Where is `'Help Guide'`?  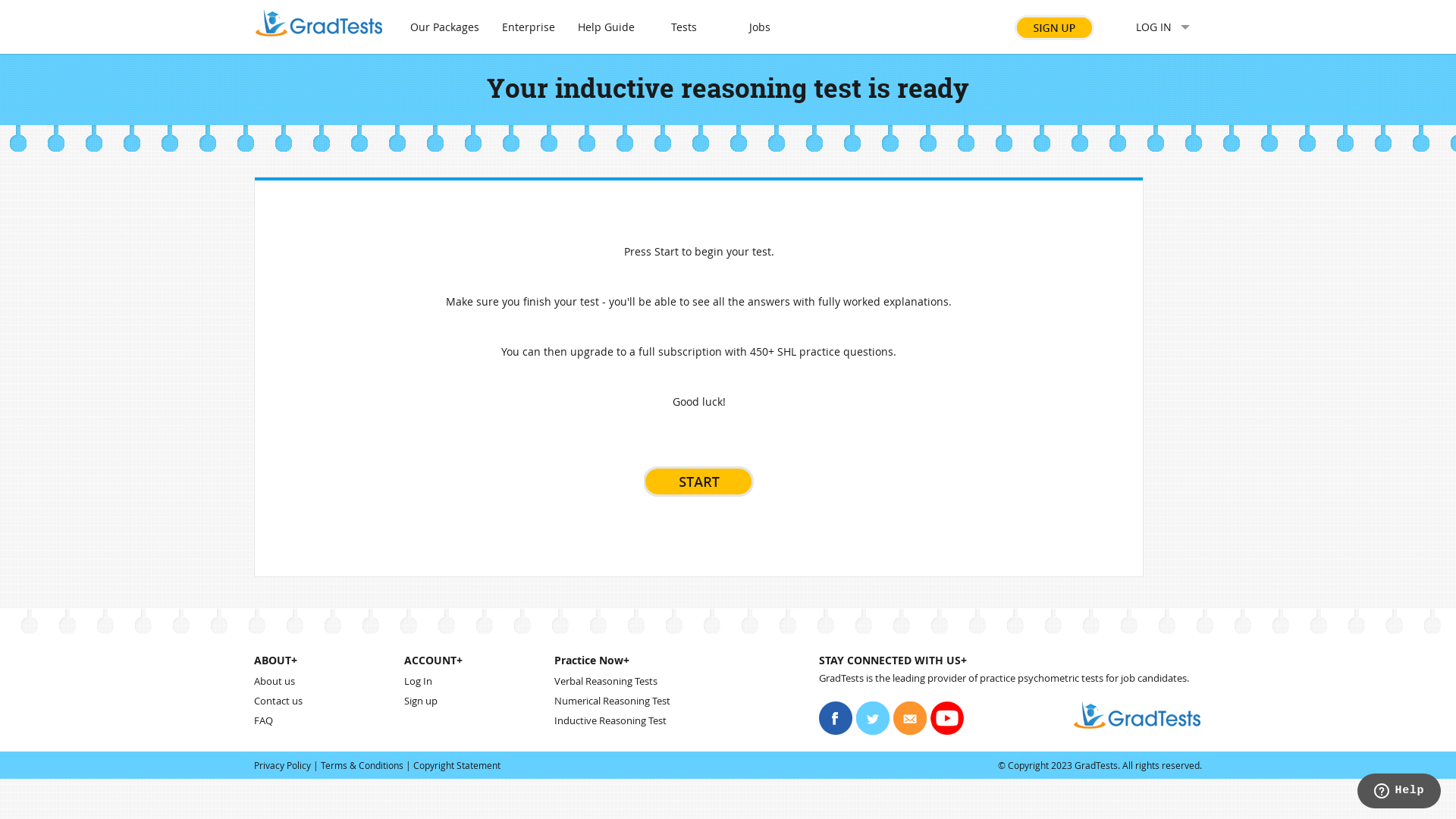 'Help Guide' is located at coordinates (605, 27).